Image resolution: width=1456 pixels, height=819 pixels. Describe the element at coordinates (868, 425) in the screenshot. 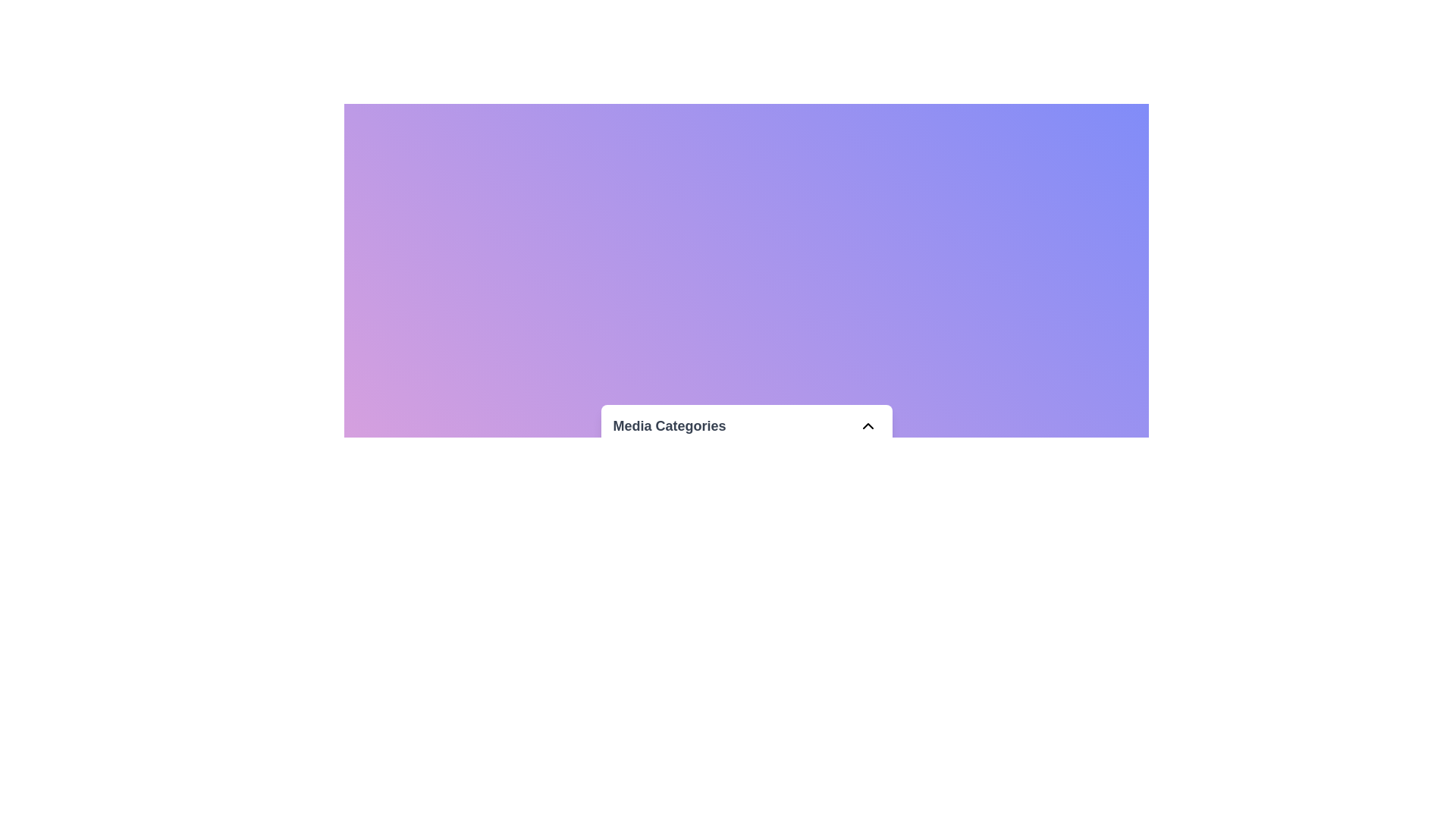

I see `the chevron icon to toggle the dropdown menu` at that location.